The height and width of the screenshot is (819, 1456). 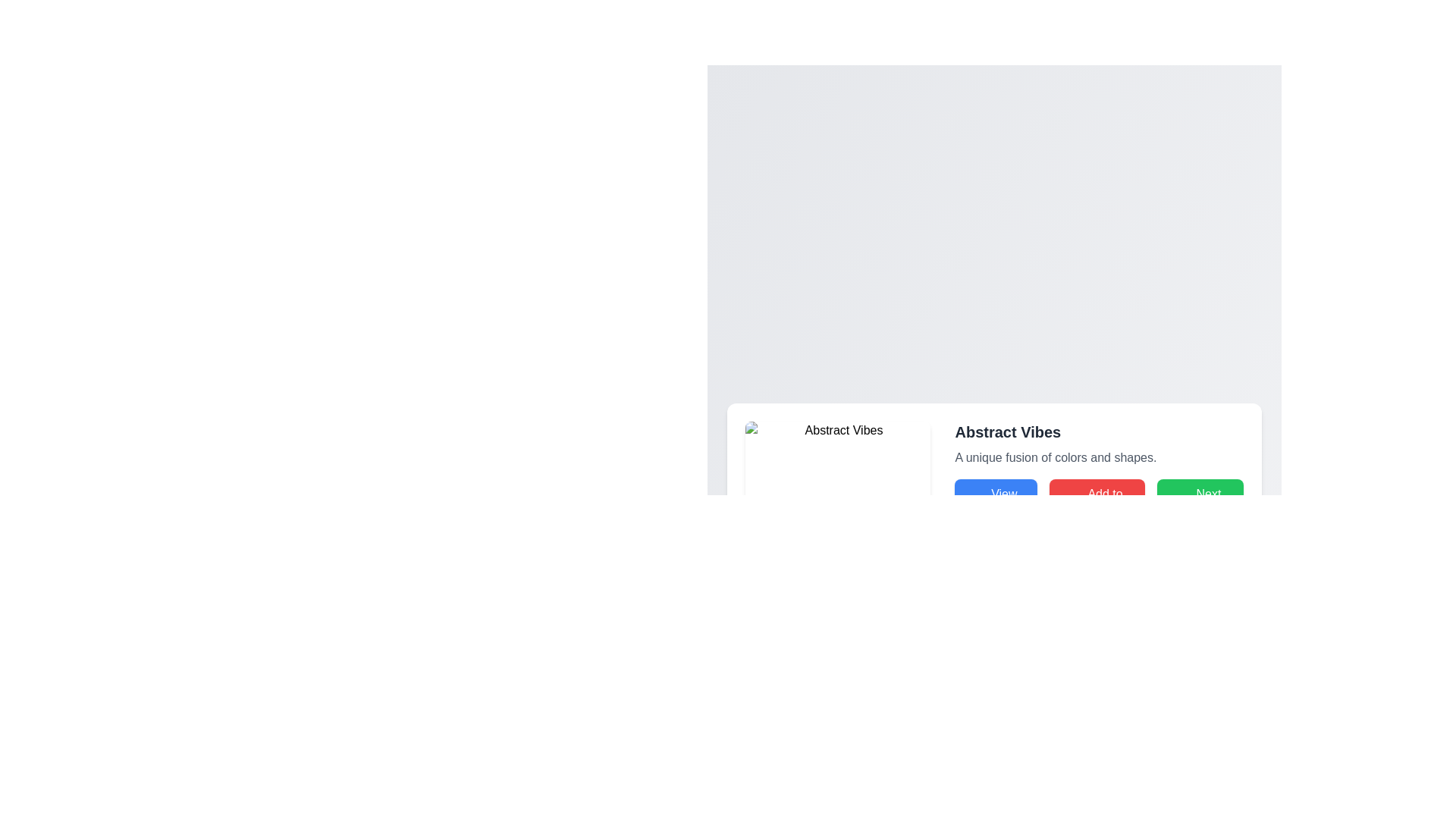 I want to click on the group of brightly colored buttons at the bottom of the 'Abstract Vibes' informational card, so click(x=1099, y=503).